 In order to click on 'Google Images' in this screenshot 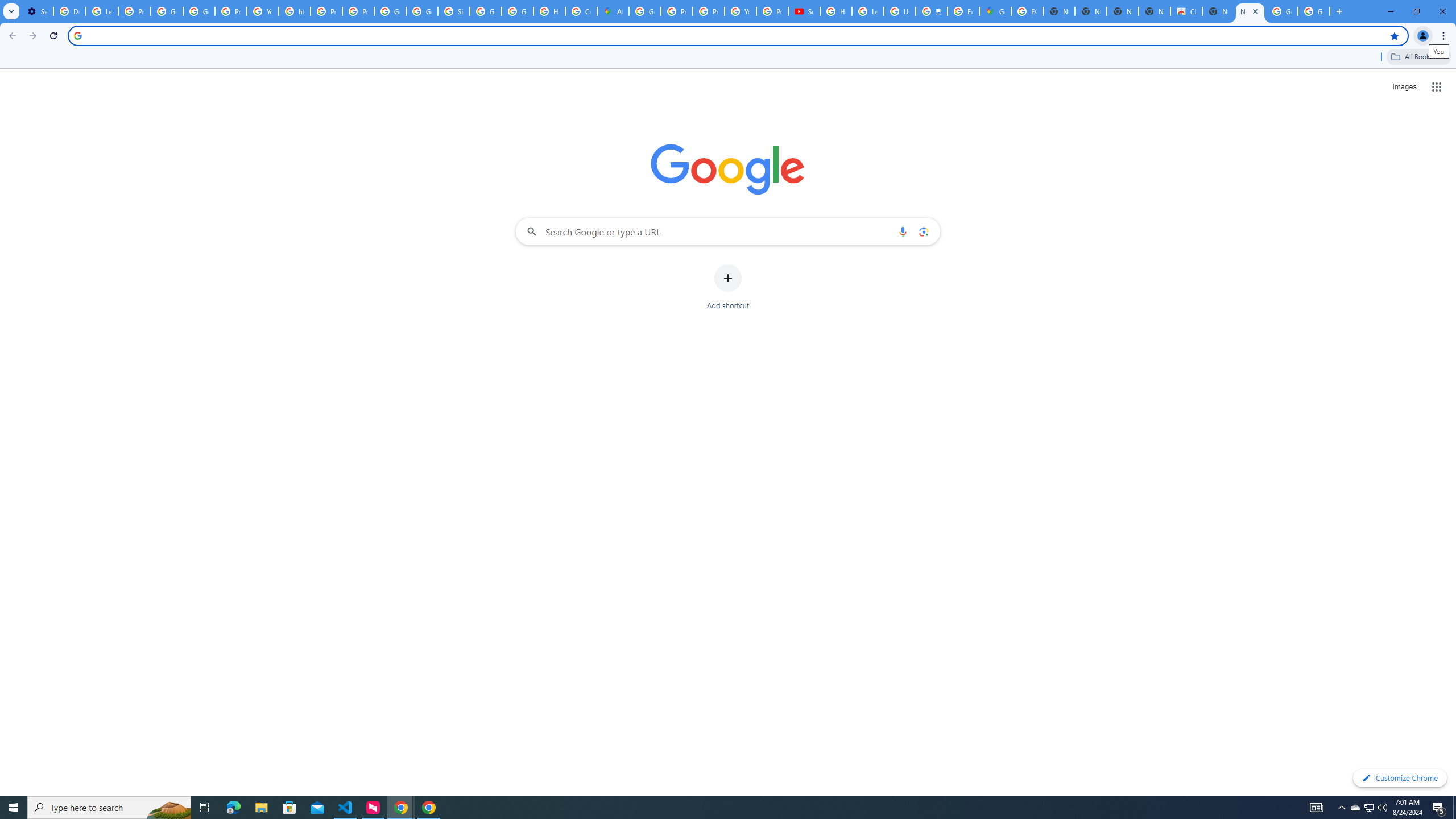, I will do `click(1314, 11)`.